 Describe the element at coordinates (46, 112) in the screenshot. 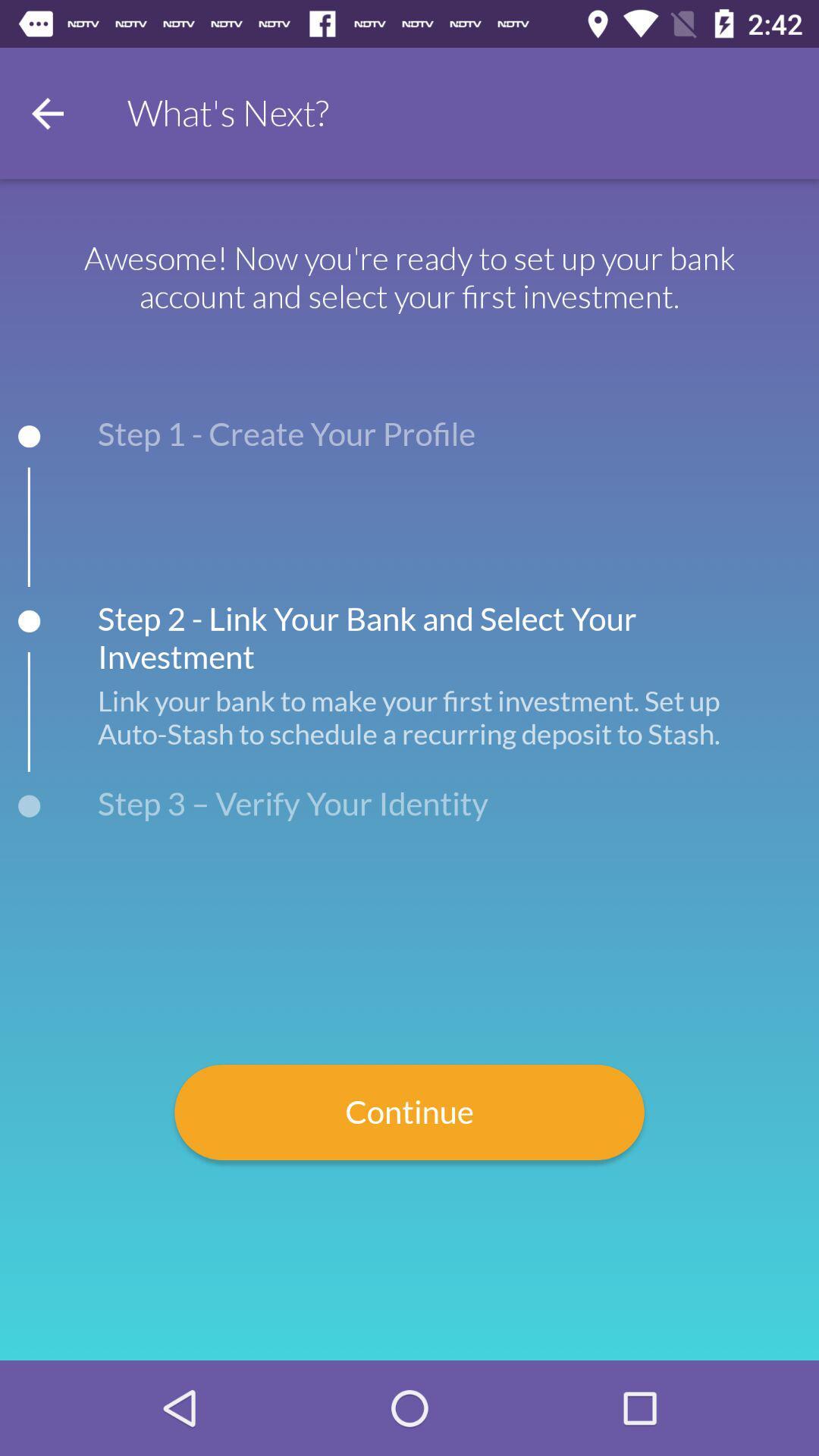

I see `go back` at that location.